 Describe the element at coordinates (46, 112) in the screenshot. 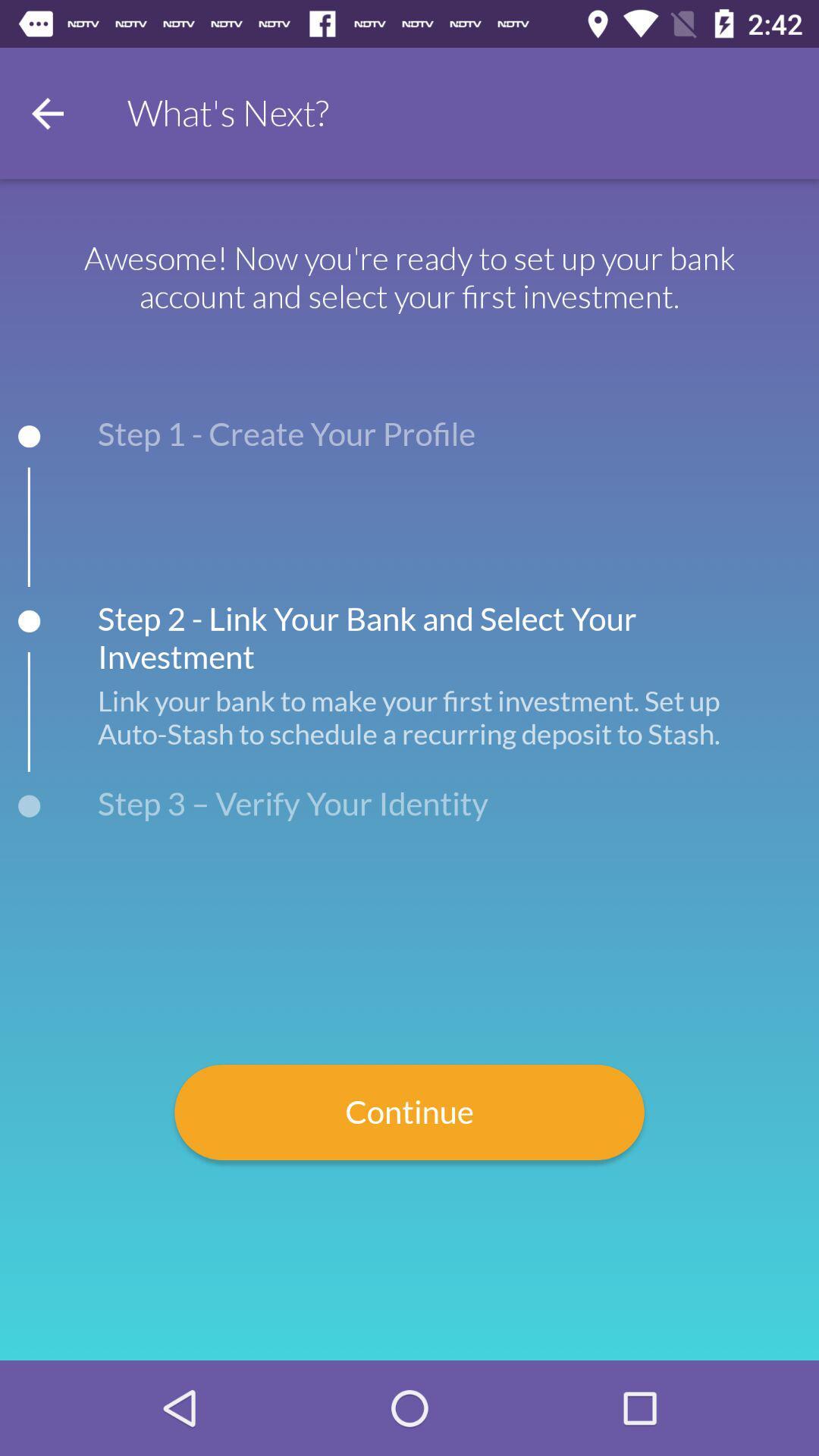

I see `go back` at that location.